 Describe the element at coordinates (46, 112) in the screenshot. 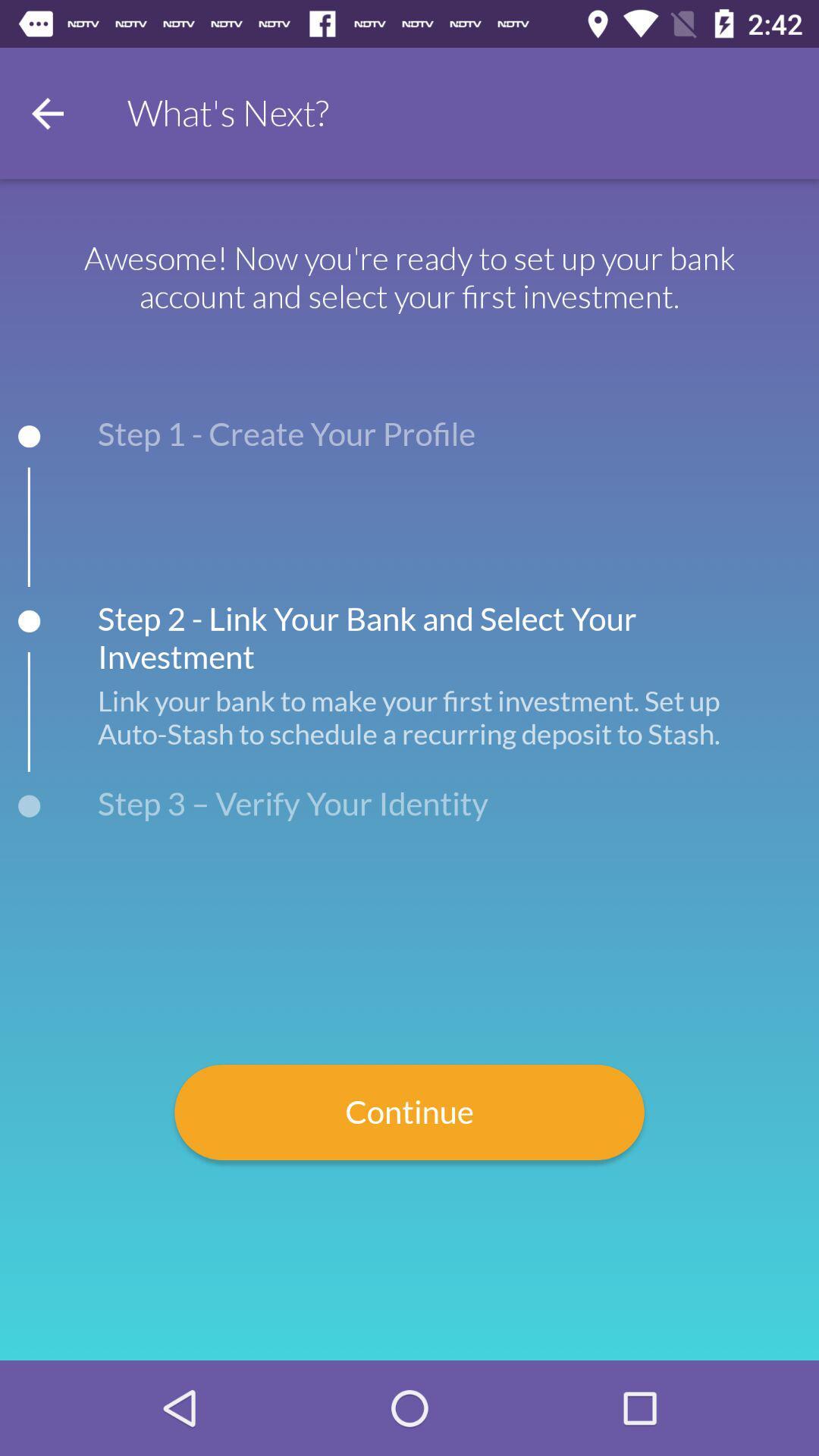

I see `go back` at that location.